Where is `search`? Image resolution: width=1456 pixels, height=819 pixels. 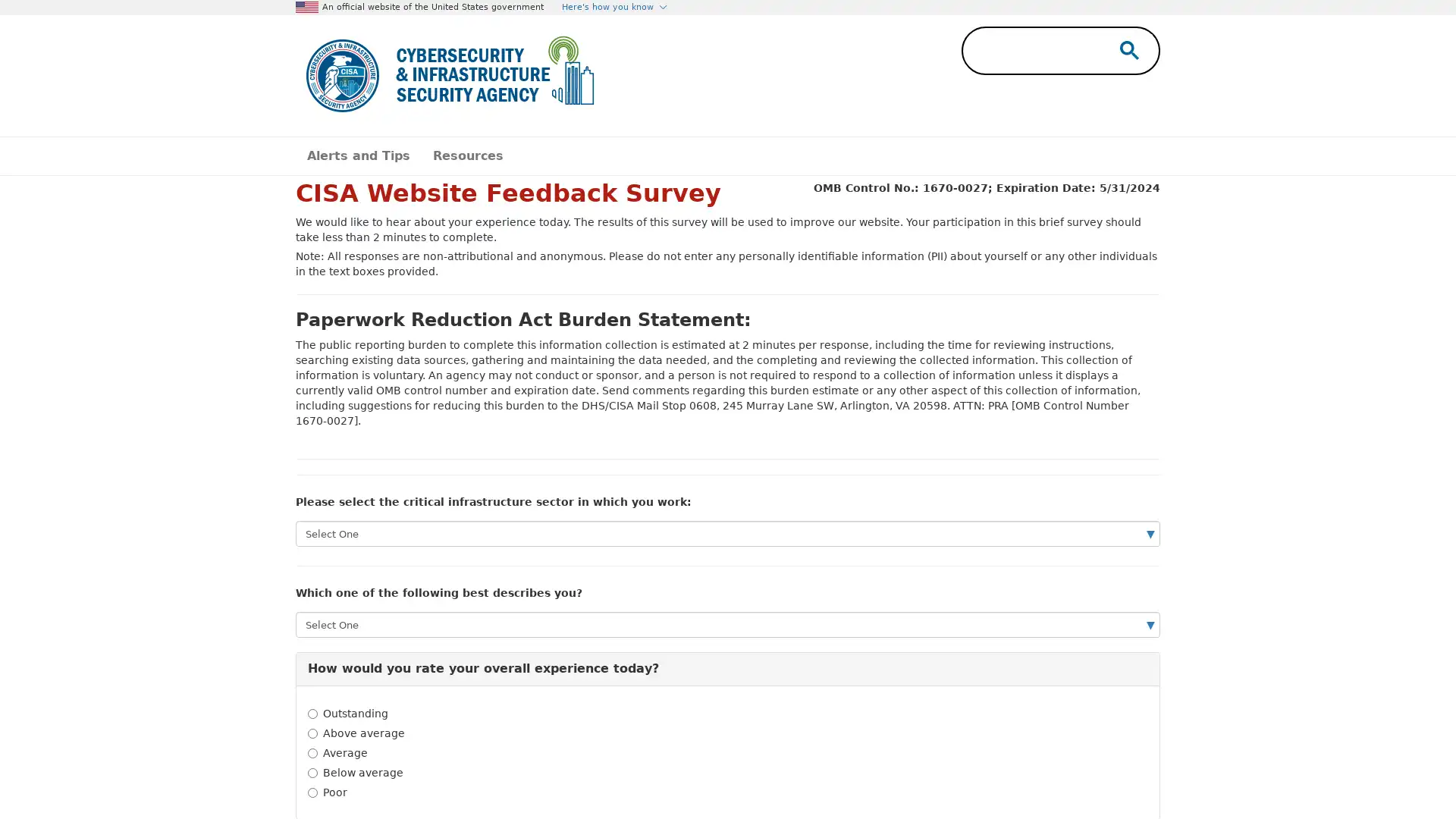
search is located at coordinates (1125, 49).